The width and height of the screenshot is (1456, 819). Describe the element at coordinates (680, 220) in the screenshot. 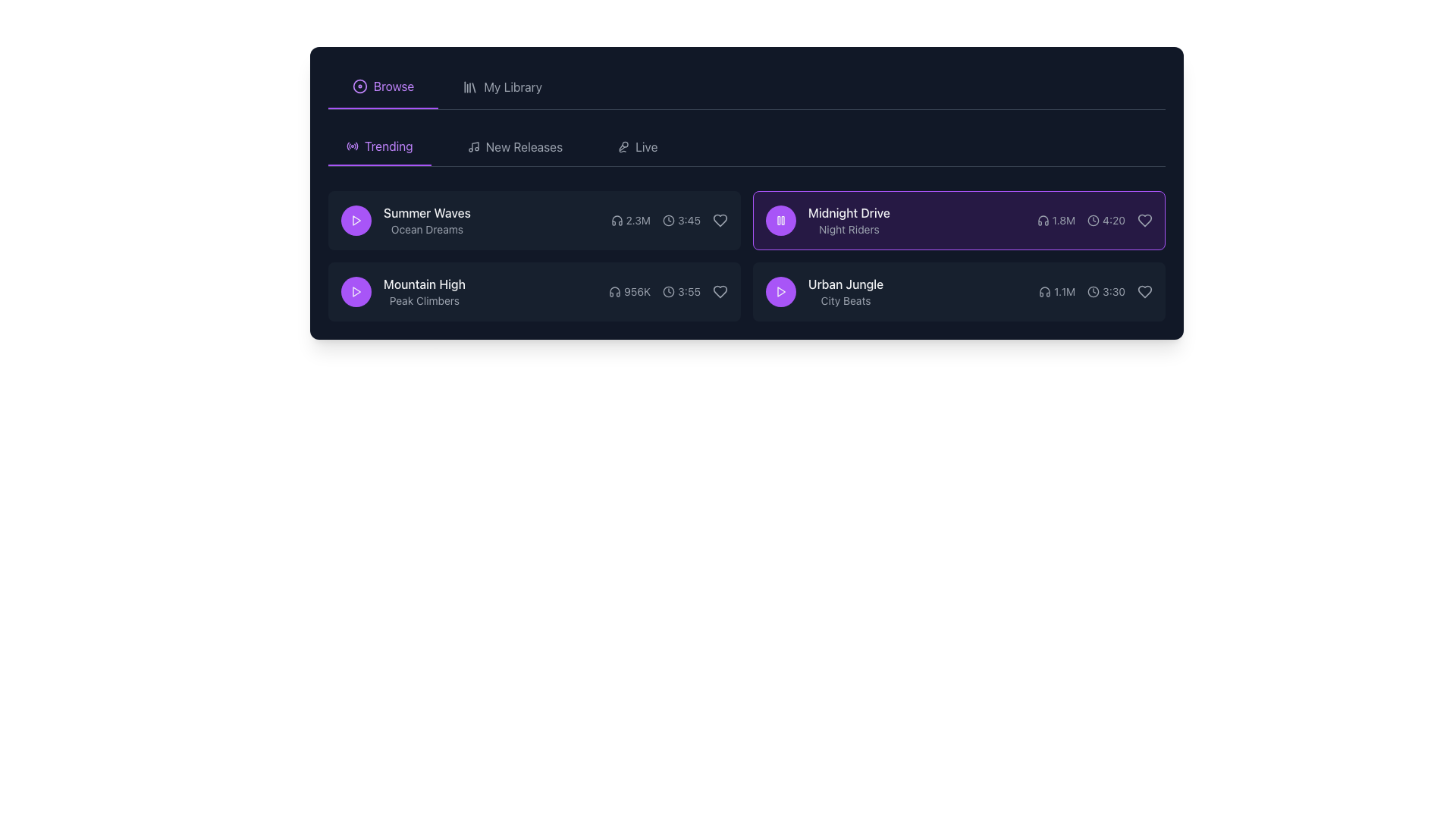

I see `the display component that shows the time '3:45' with a clock icon on the left, located in the 'Summer Waves' row` at that location.